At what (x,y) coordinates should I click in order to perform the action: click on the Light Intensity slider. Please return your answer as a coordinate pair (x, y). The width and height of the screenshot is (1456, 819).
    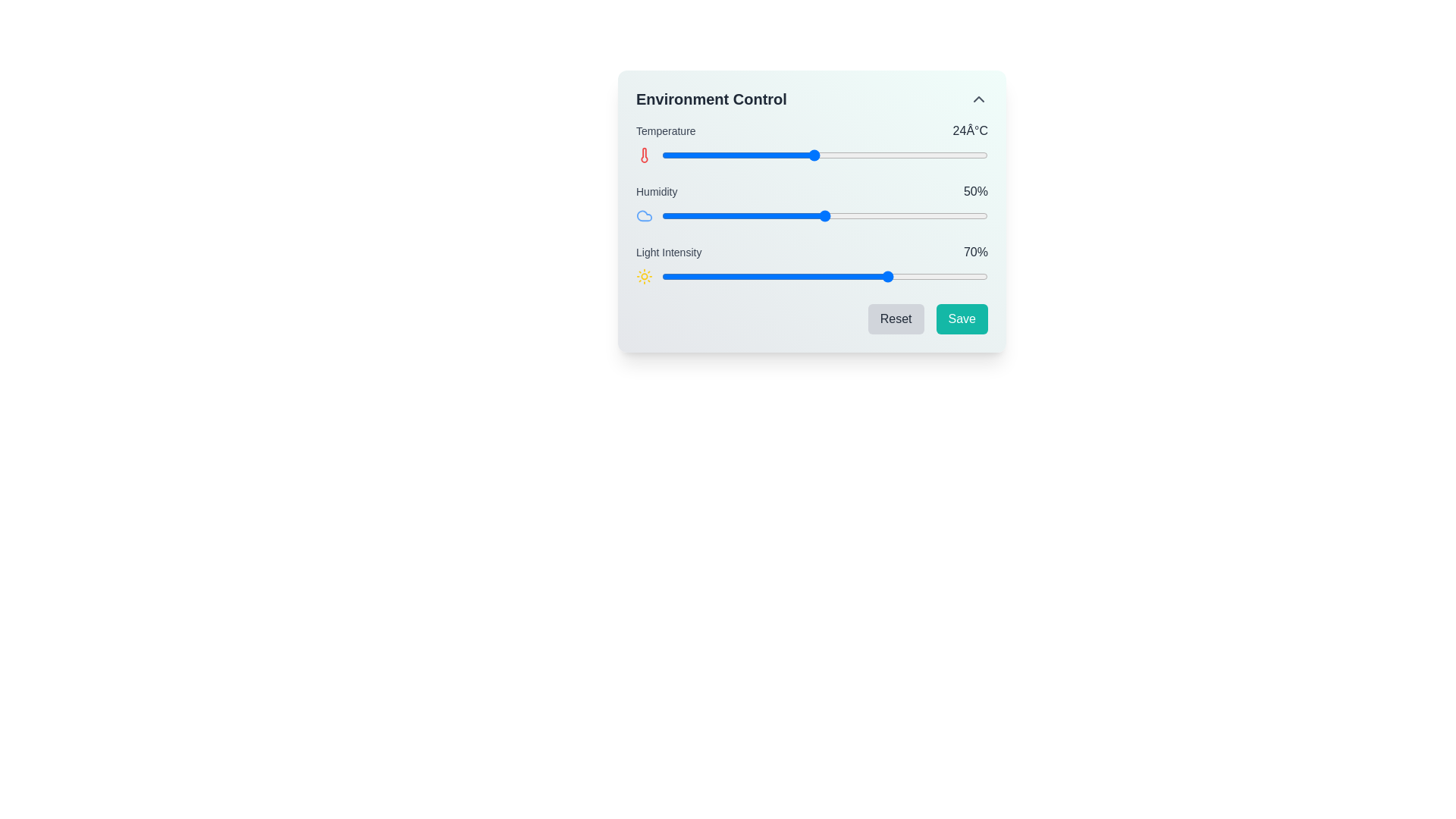
    Looking at the image, I should click on (874, 277).